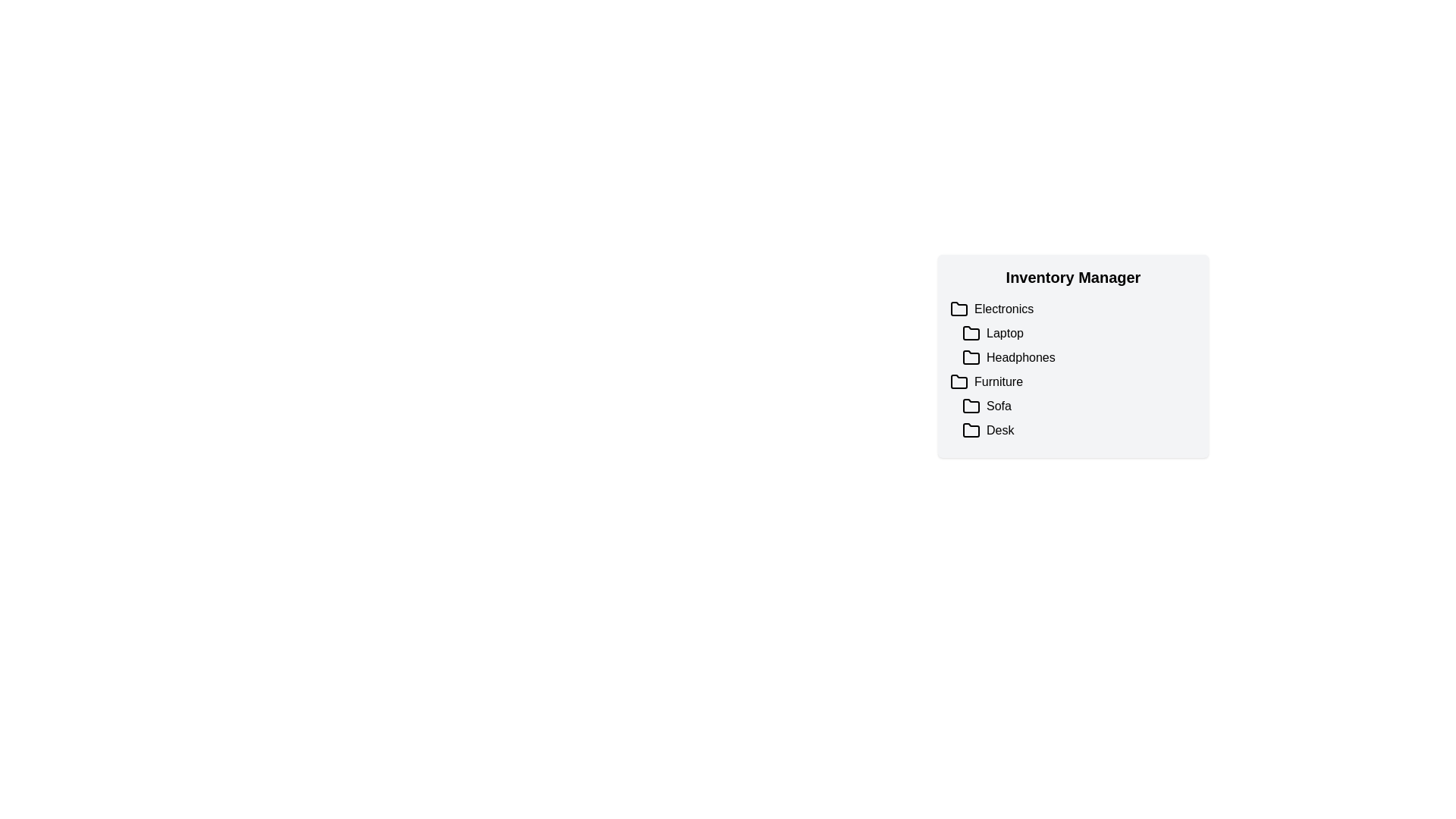 Image resolution: width=1456 pixels, height=819 pixels. I want to click on the folder icon located to the left of the 'Headphones' text in the 'Inventory Manager' section, so click(971, 357).